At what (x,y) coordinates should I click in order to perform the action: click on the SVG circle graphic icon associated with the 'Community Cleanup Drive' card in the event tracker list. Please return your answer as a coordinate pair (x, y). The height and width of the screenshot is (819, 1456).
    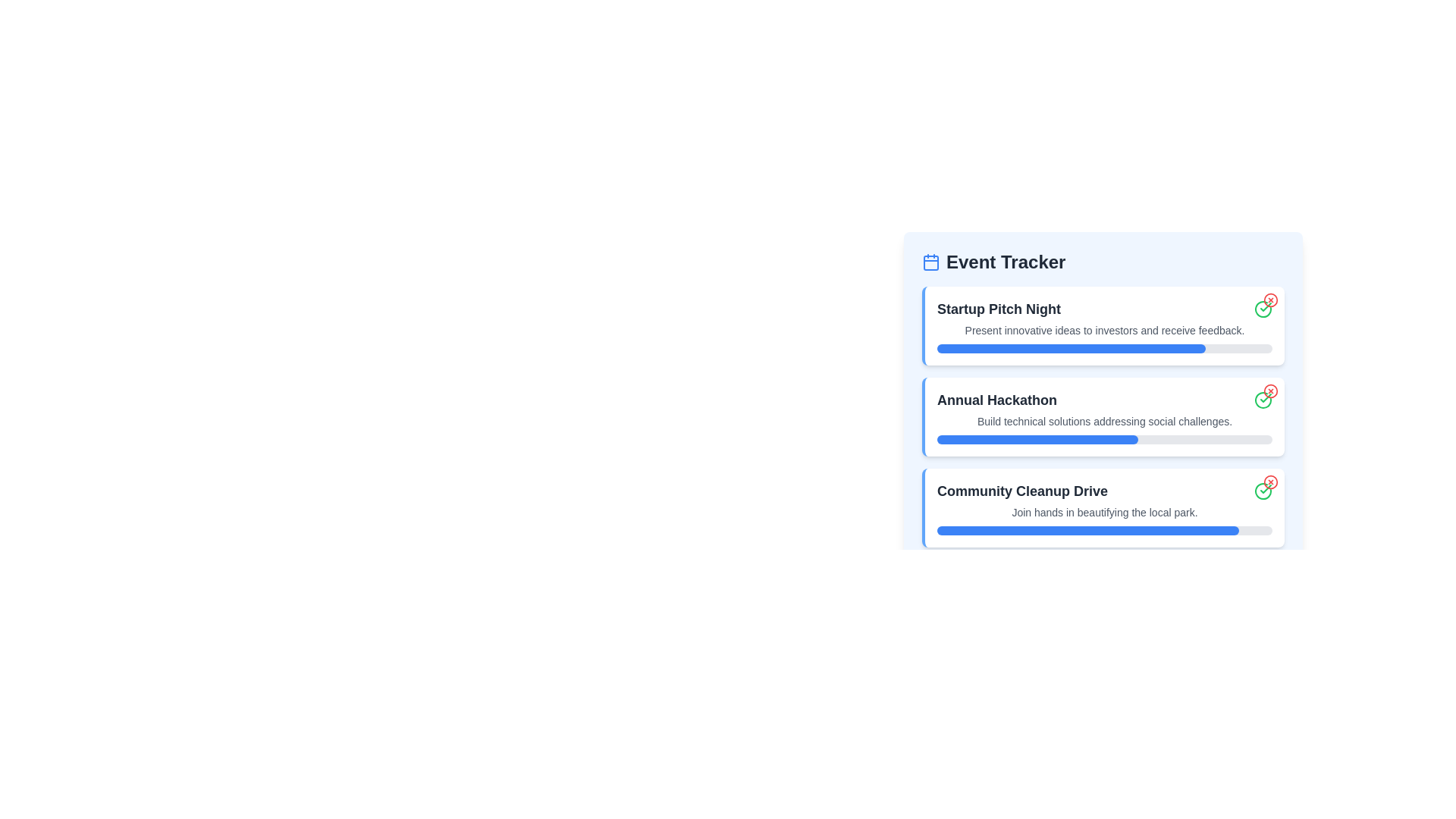
    Looking at the image, I should click on (1270, 482).